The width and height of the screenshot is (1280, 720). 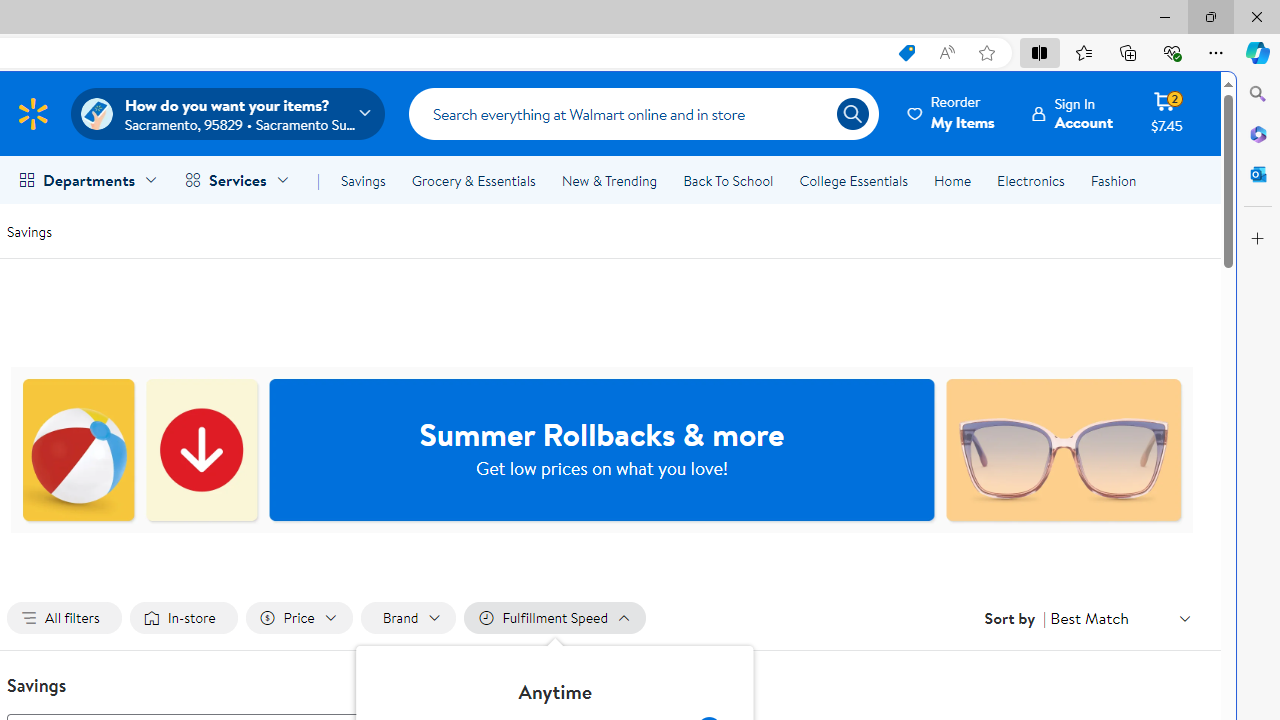 What do you see at coordinates (852, 114) in the screenshot?
I see `'Search icon'` at bounding box center [852, 114].